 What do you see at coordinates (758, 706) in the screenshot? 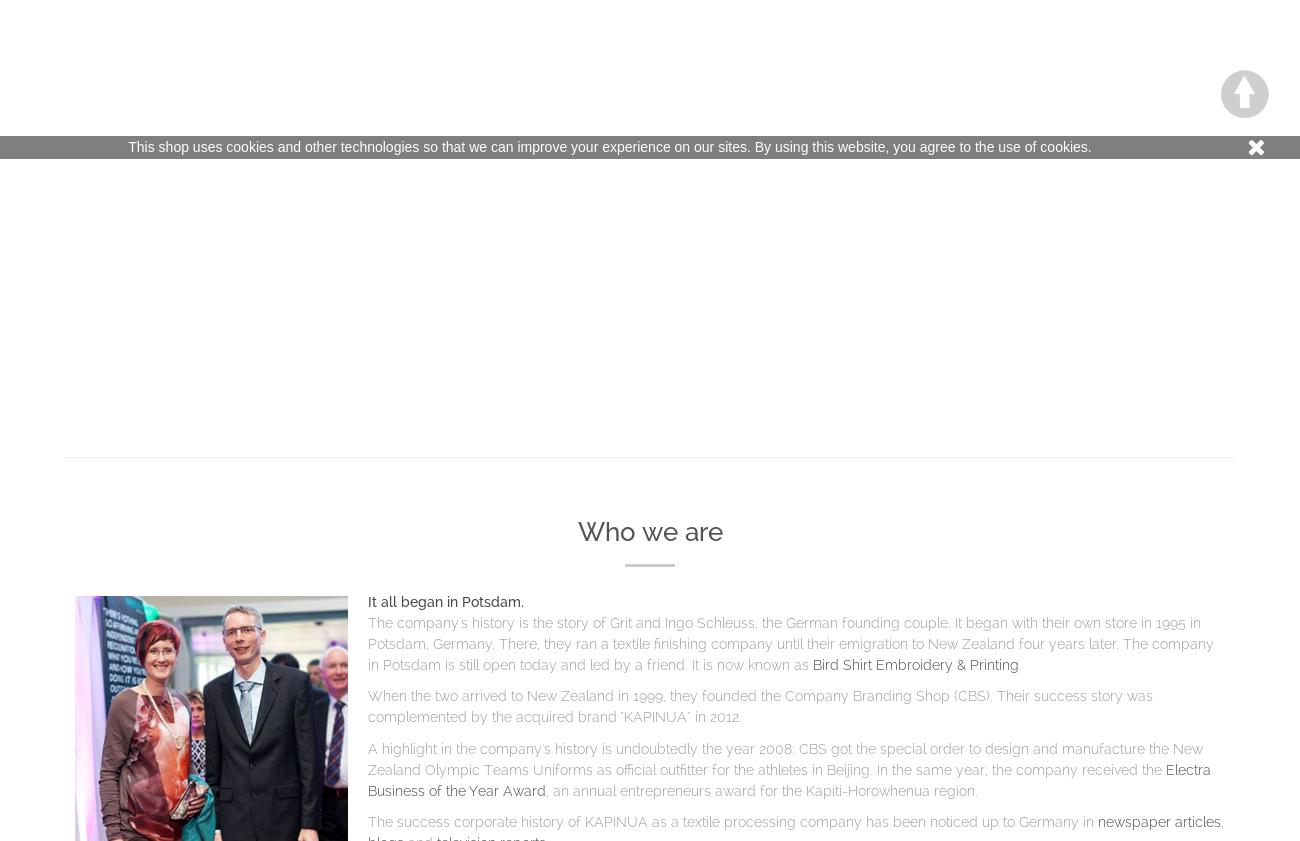
I see `'When the two arrived to New Zealand in 1999, they founded the Company Branding Shop (CBS). Their success story was complemented by the acquired brand "KAPINUA"'` at bounding box center [758, 706].